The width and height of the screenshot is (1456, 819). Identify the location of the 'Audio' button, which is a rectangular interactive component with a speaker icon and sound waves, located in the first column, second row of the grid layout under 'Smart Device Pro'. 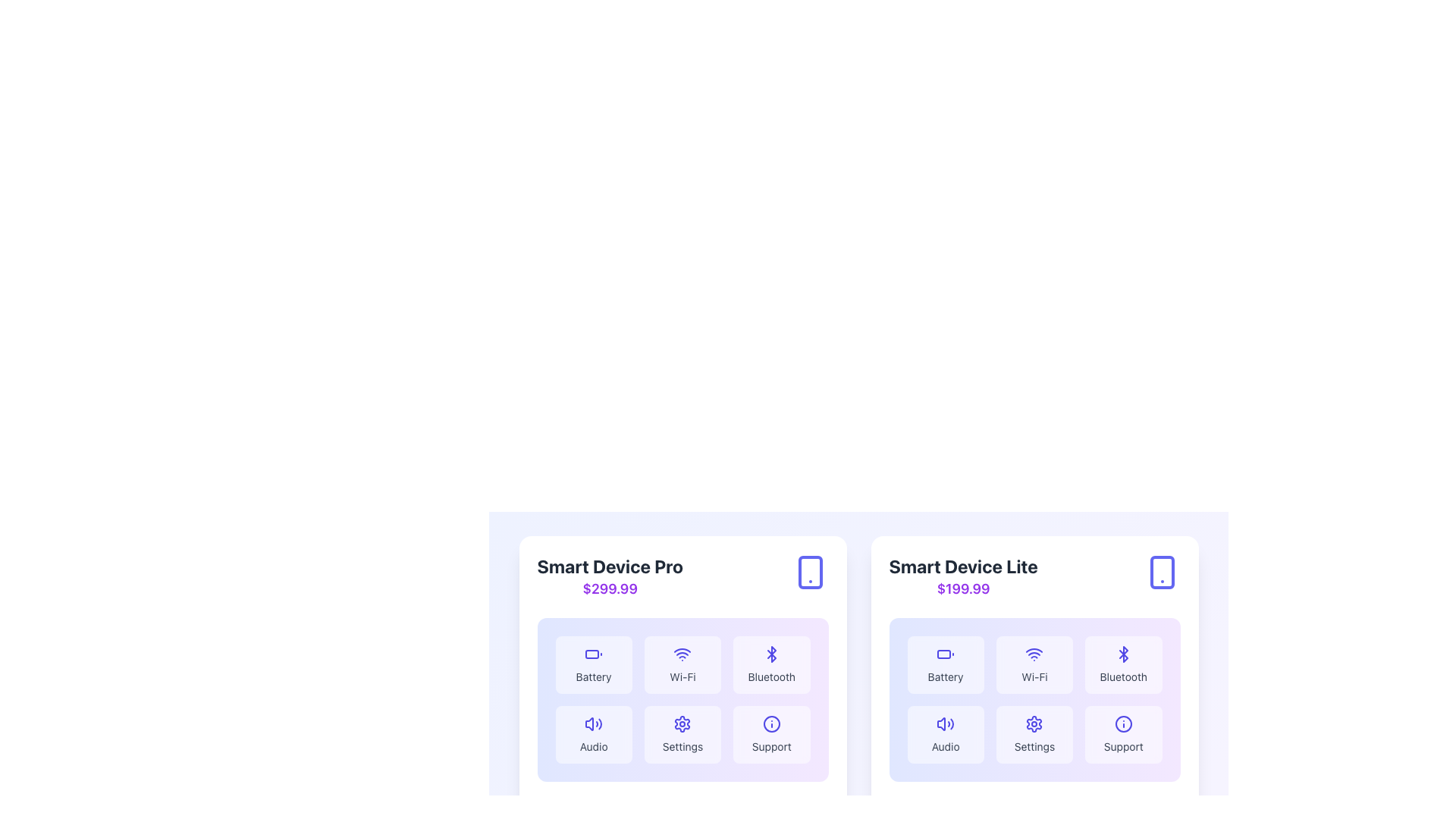
(593, 733).